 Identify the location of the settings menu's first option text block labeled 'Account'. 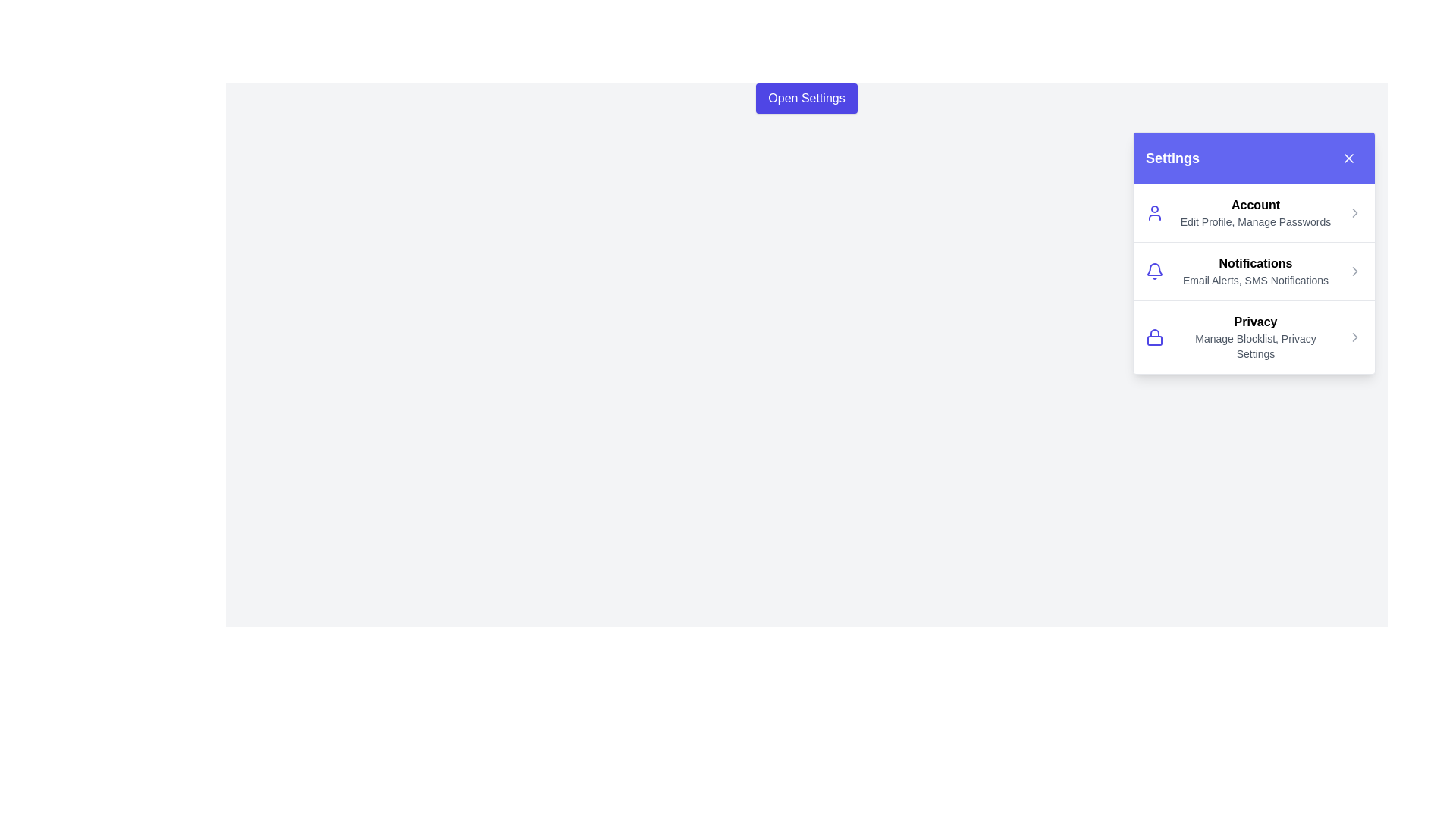
(1256, 213).